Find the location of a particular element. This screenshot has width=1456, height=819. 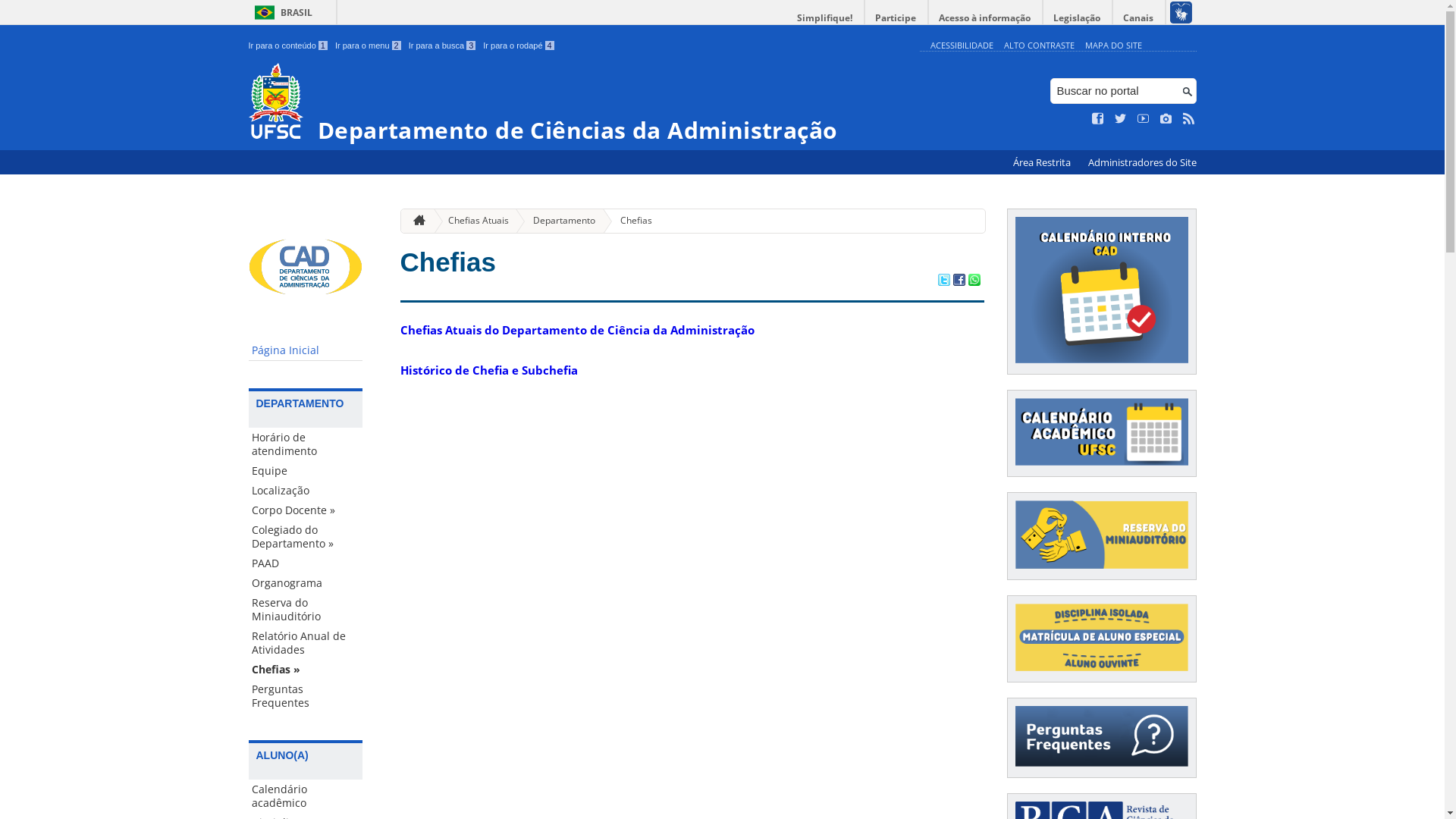

'Departamento' is located at coordinates (557, 221).